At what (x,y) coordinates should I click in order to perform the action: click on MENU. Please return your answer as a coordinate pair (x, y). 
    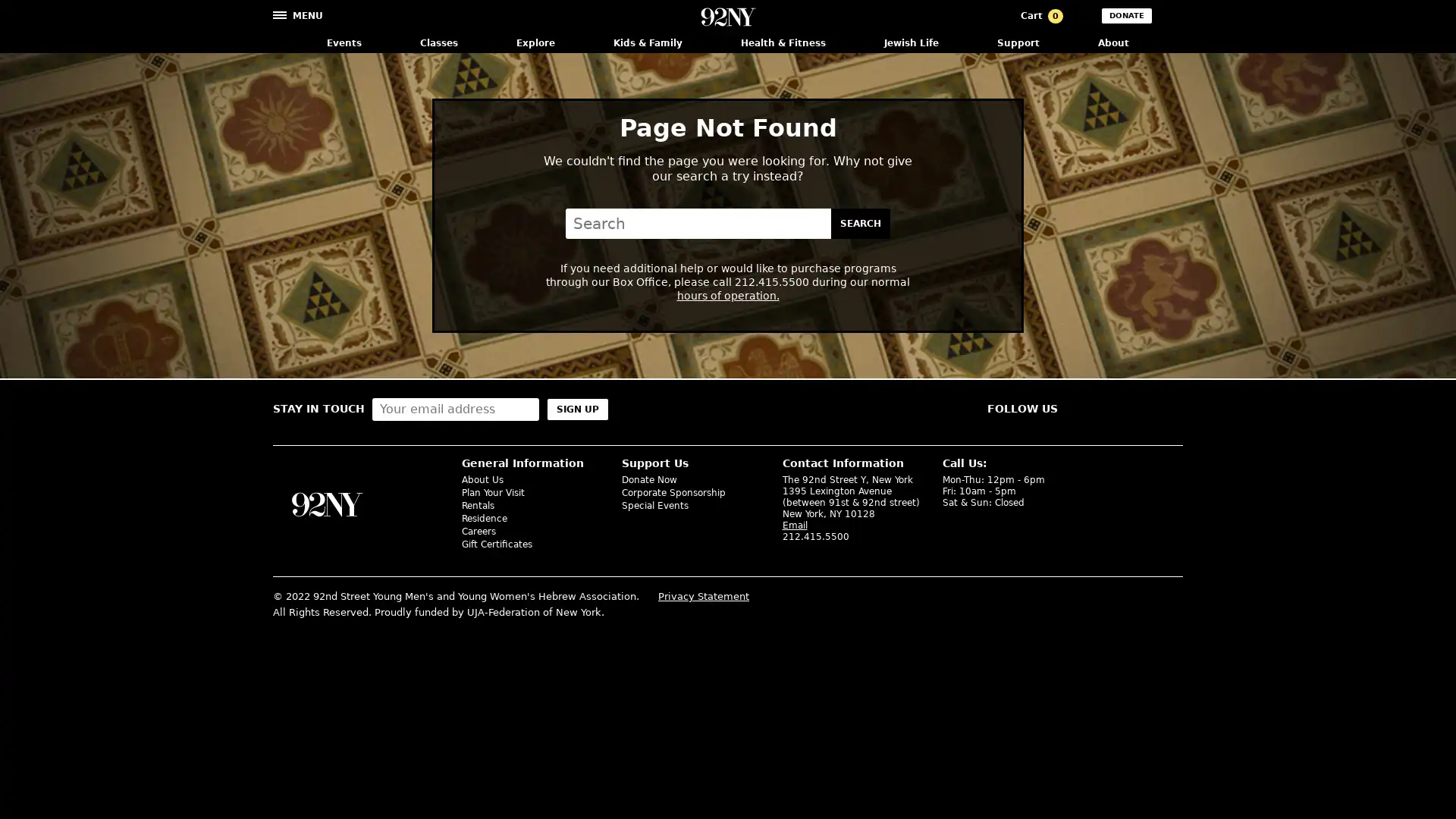
    Looking at the image, I should click on (299, 14).